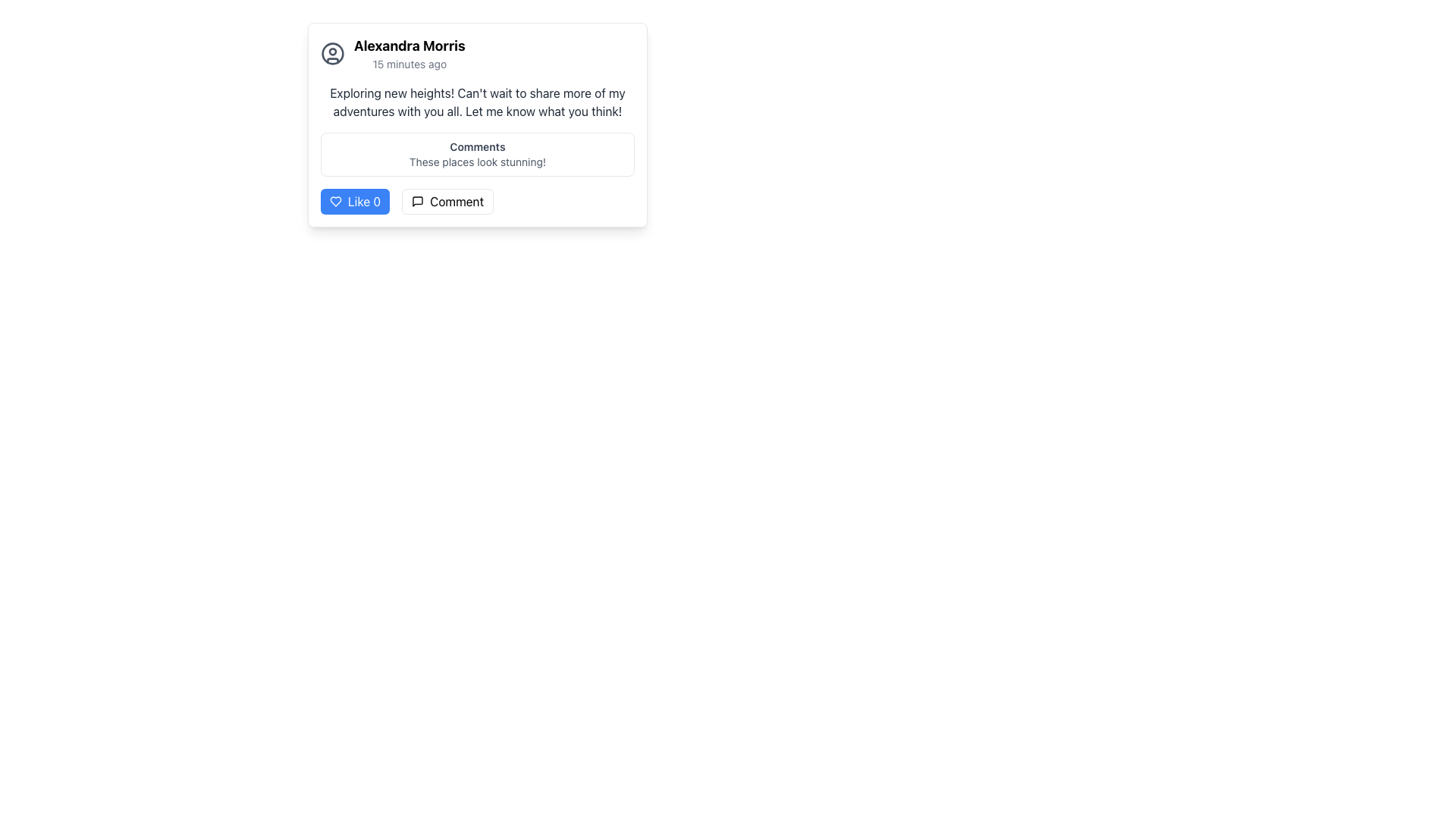  What do you see at coordinates (456, 201) in the screenshot?
I see `the 'Comment' text label within the button located at the bottom-right of the comment post box` at bounding box center [456, 201].